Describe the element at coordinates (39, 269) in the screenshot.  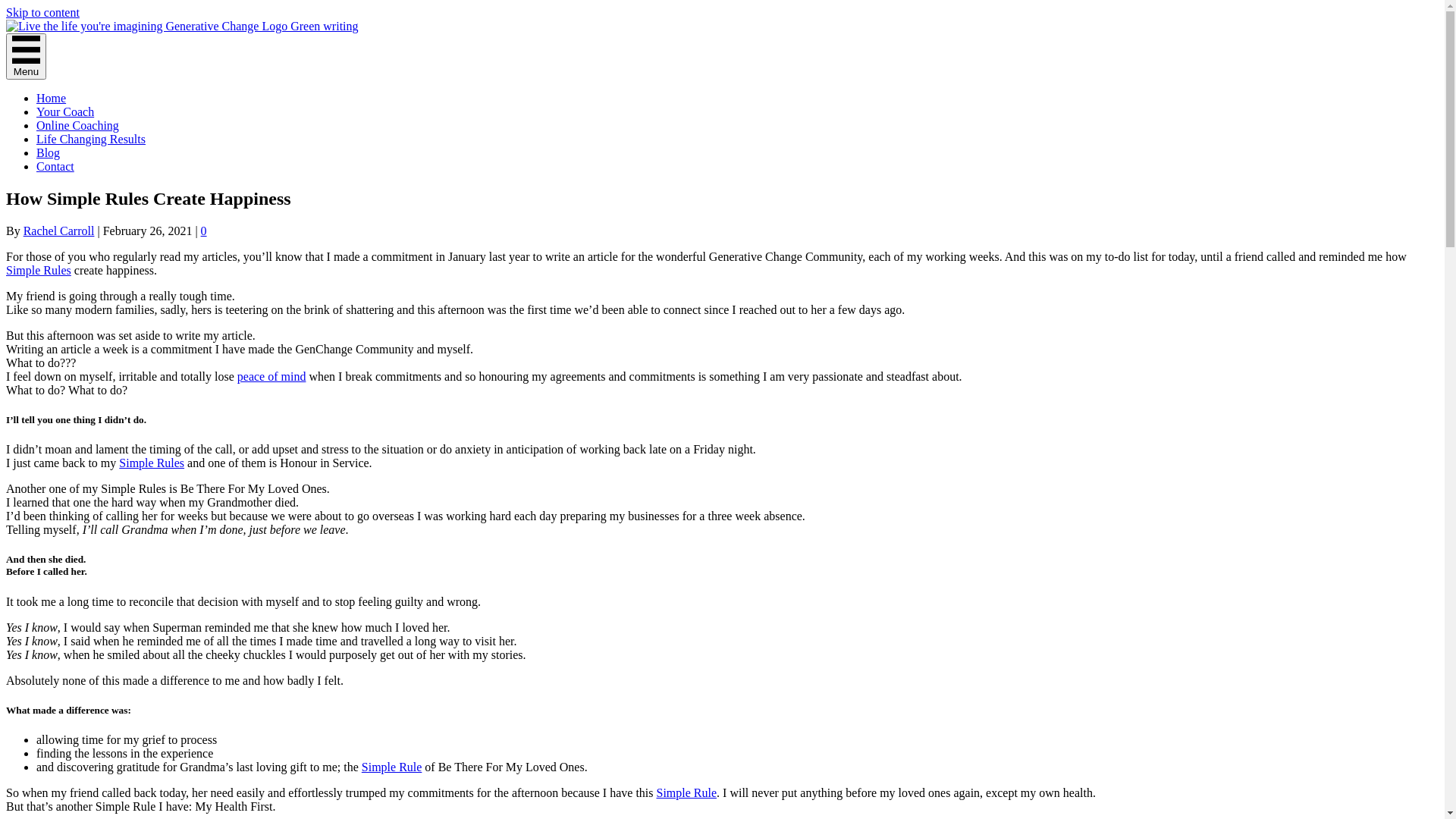
I see `'Simple Rules'` at that location.